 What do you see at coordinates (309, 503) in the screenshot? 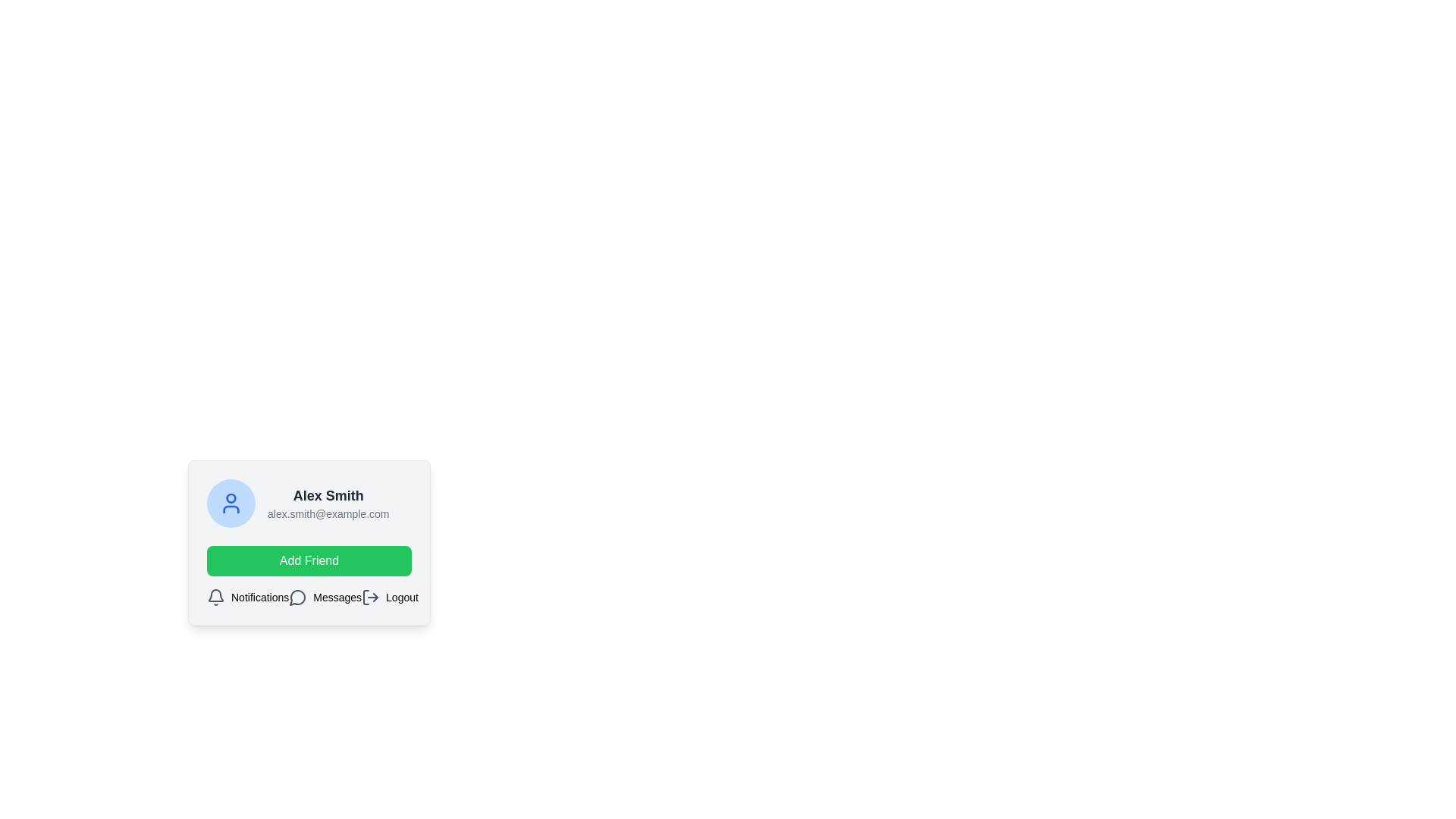
I see `the User profile display section that includes a circular profile icon and the name 'Alex Smith'` at bounding box center [309, 503].